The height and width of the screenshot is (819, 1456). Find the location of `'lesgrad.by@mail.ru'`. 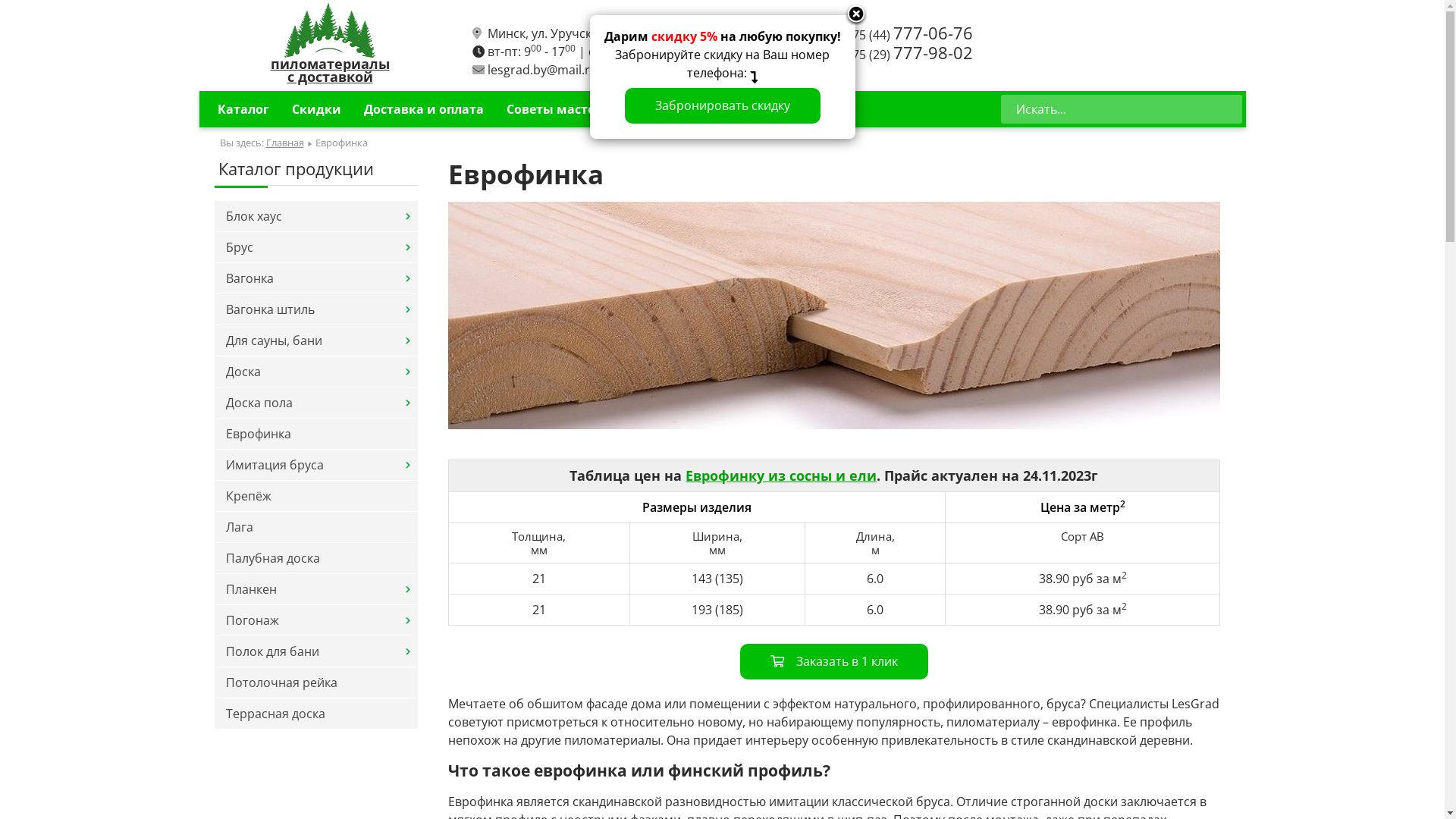

'lesgrad.by@mail.ru' is located at coordinates (541, 70).